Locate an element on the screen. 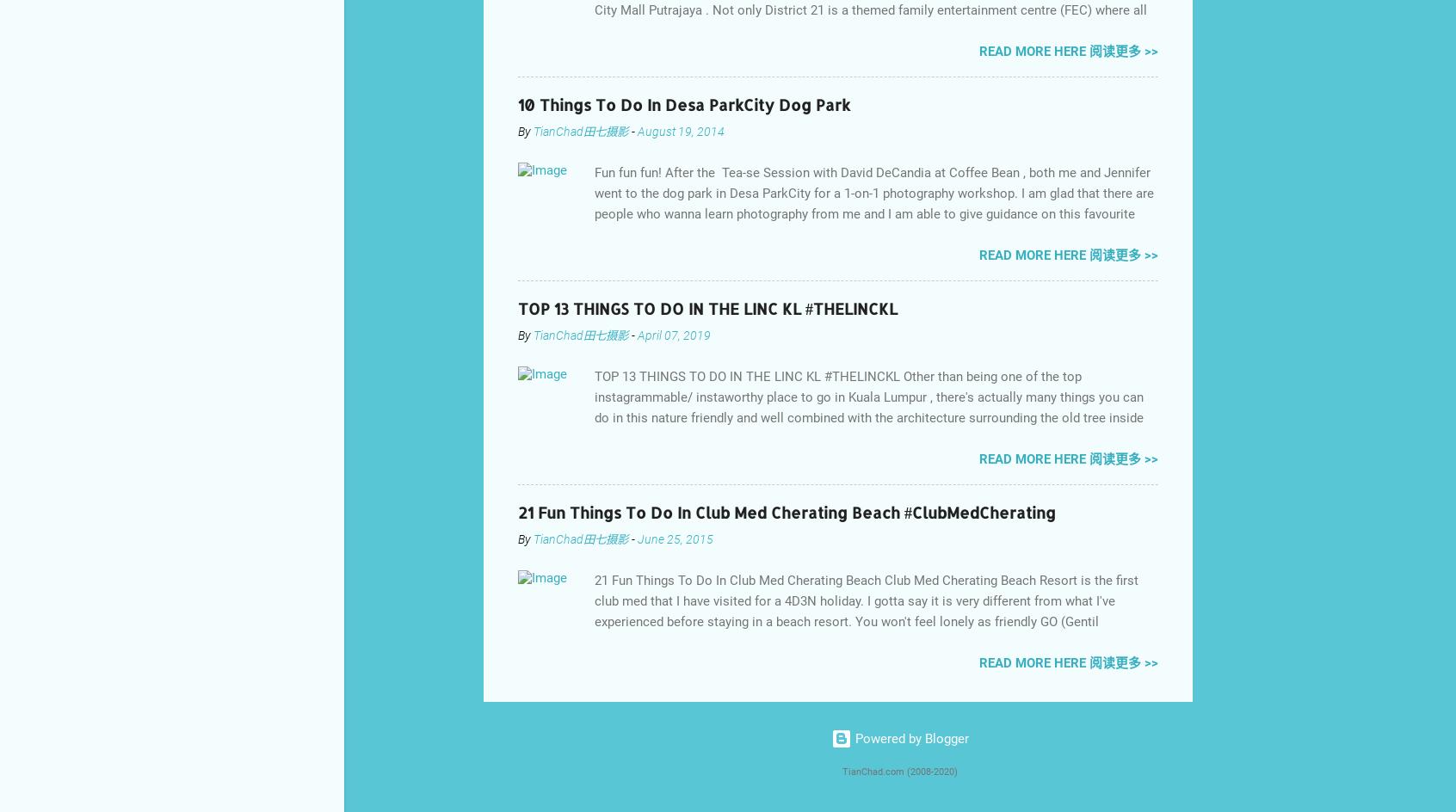 The width and height of the screenshot is (1456, 812). 'August 19, 2014' is located at coordinates (681, 130).